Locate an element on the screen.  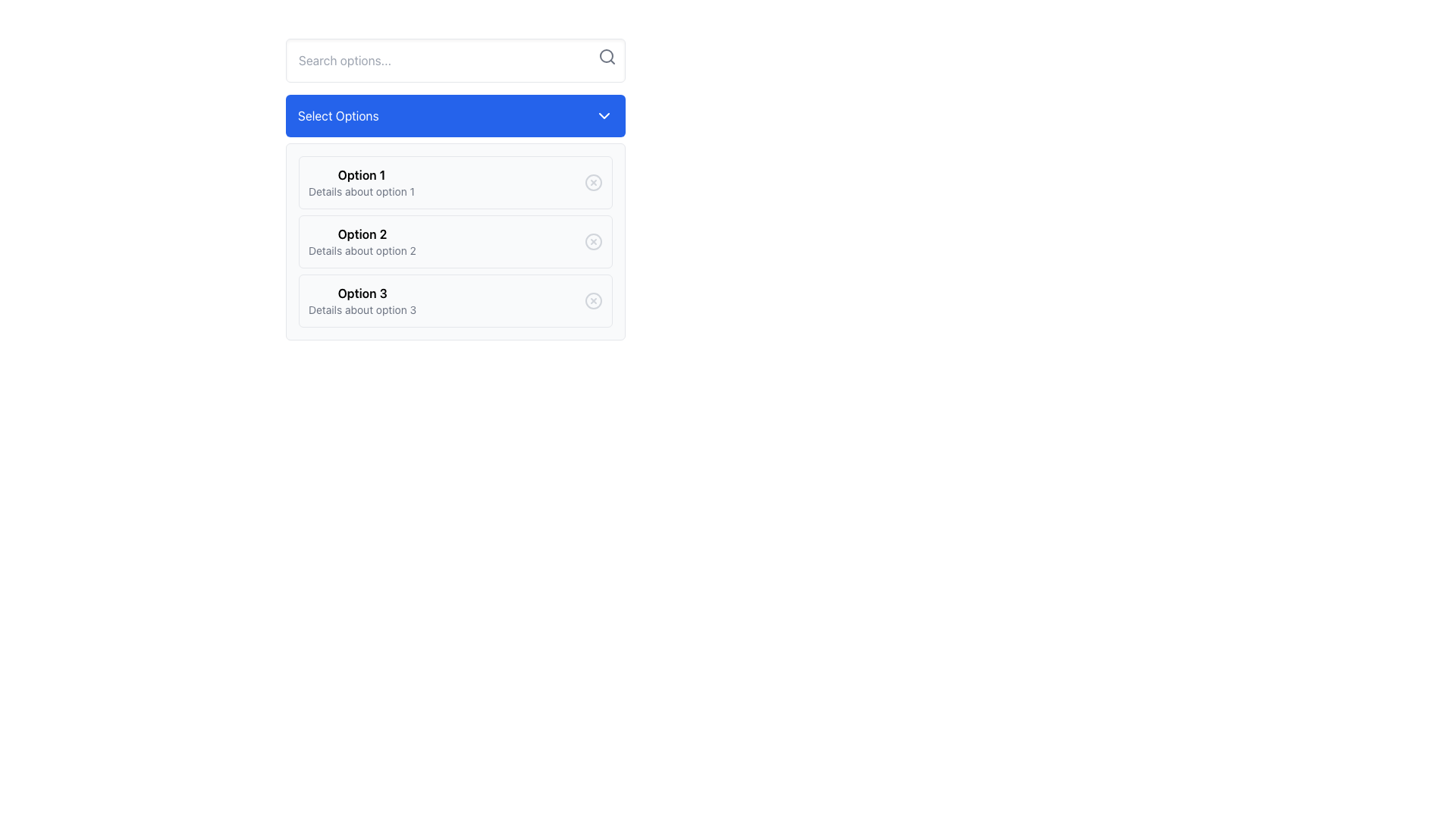
the inner circle of the magnifying glass symbol located inside the search icon in the top-right corner of the search bar is located at coordinates (607, 55).